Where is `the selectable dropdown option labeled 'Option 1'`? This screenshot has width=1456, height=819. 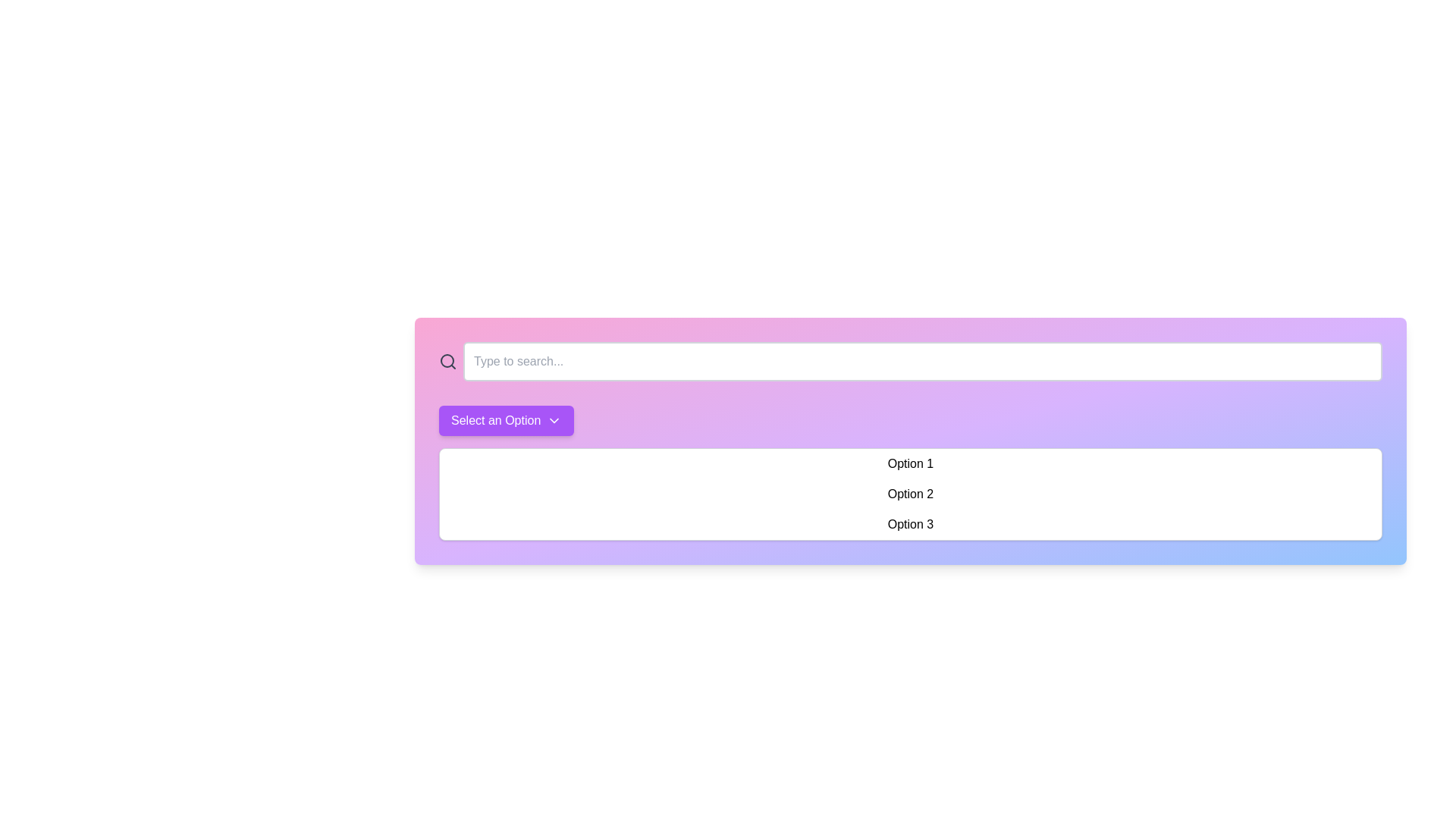
the selectable dropdown option labeled 'Option 1' is located at coordinates (910, 463).